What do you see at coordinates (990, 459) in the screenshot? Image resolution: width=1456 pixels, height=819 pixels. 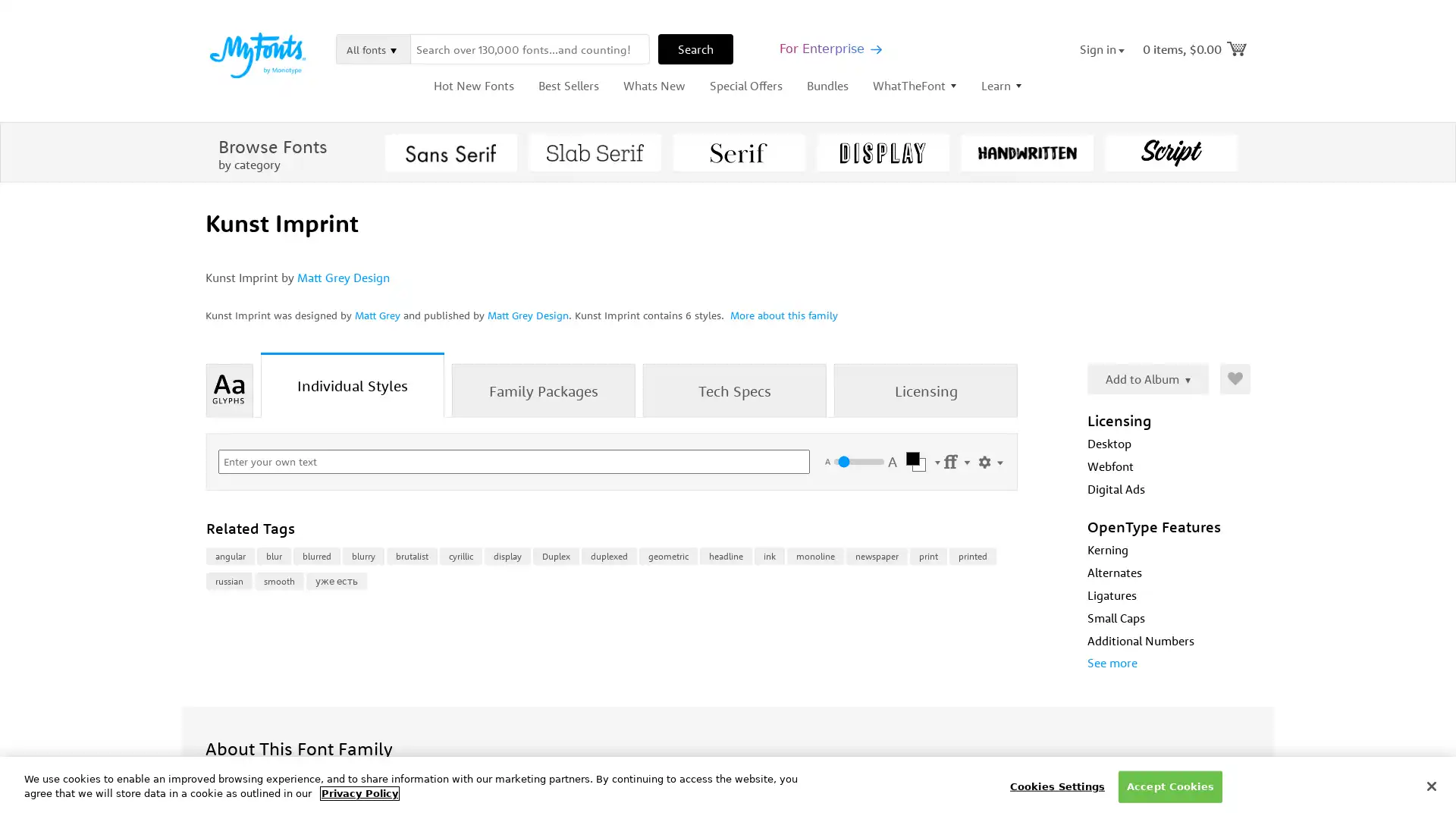 I see `Show Settings` at bounding box center [990, 459].